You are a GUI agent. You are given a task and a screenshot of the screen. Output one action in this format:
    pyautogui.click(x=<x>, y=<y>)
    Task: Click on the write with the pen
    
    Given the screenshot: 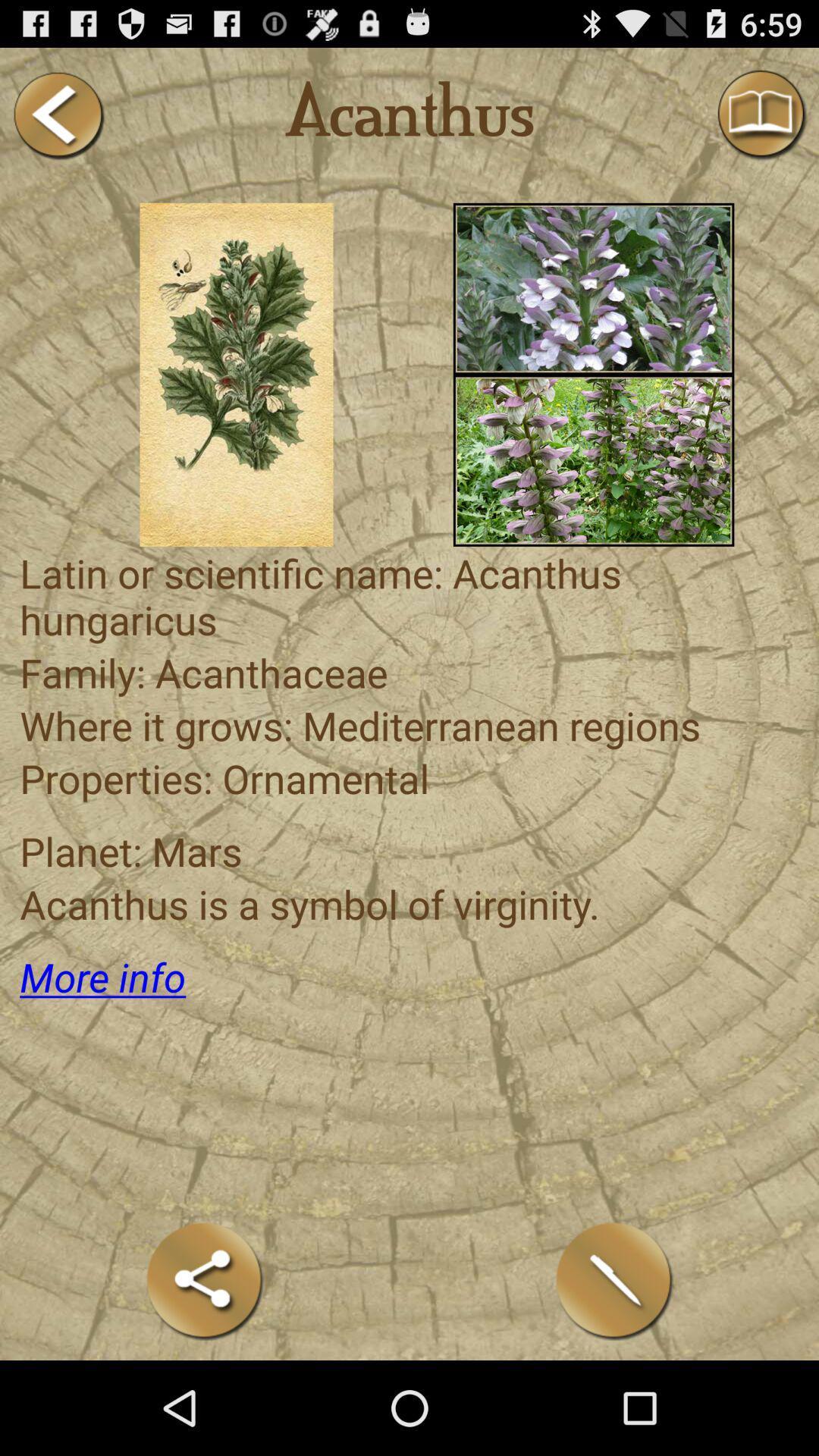 What is the action you would take?
    pyautogui.click(x=614, y=1280)
    